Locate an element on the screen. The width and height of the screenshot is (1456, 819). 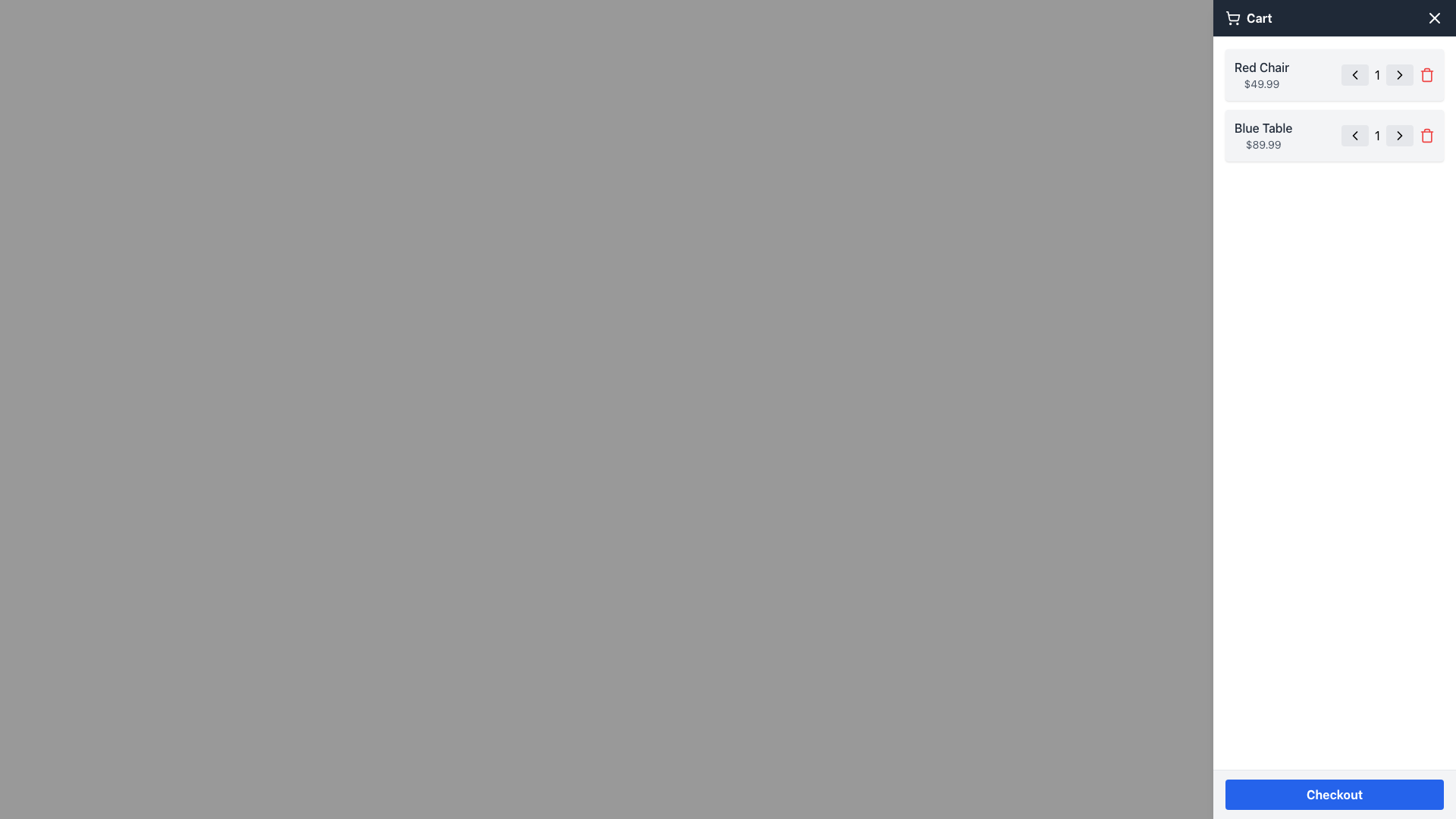
the increment button for the 'Red Chair' item in the cart is located at coordinates (1399, 75).